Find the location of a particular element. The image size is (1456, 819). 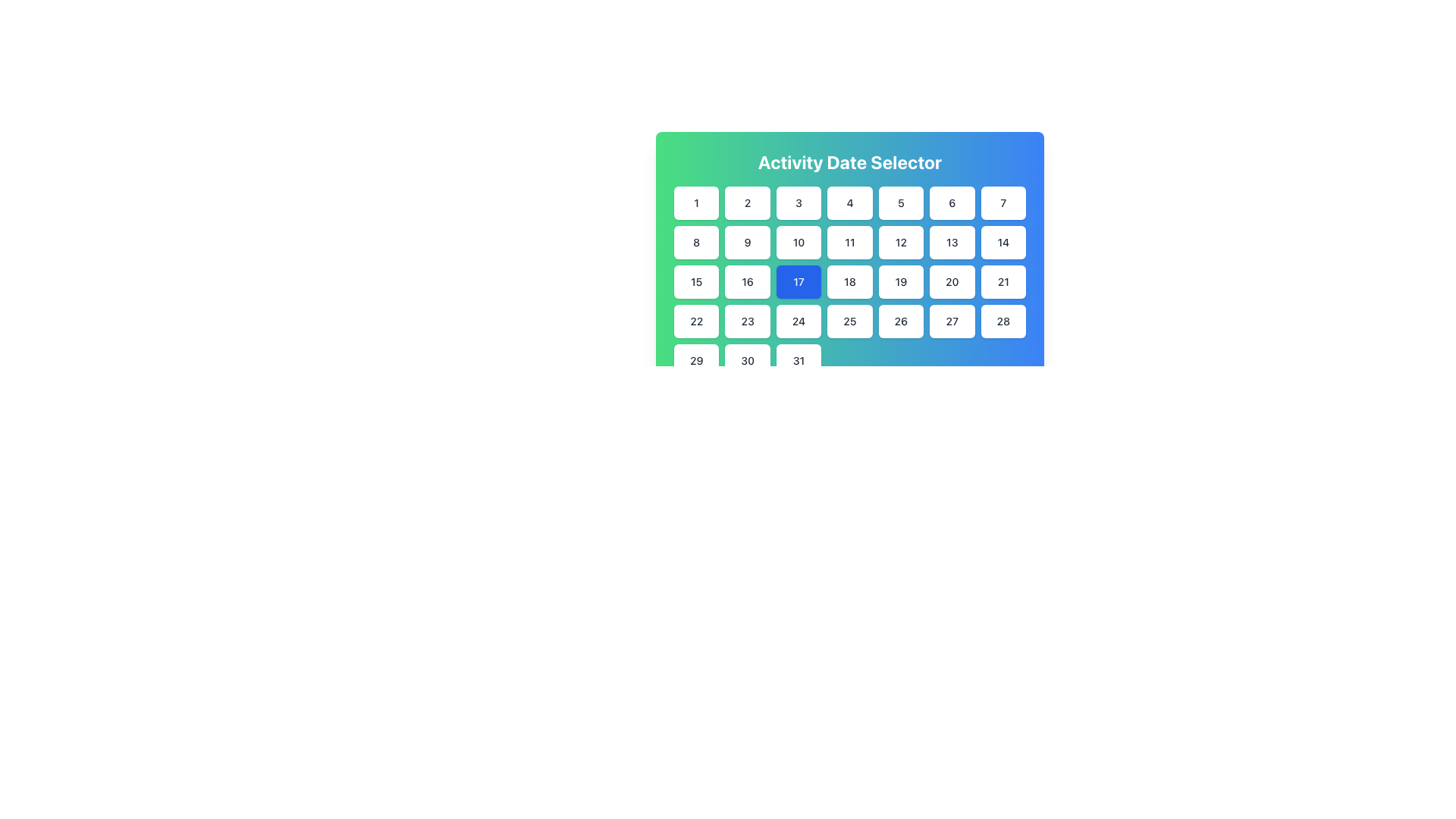

the date selector button labeled '11' located is located at coordinates (849, 242).